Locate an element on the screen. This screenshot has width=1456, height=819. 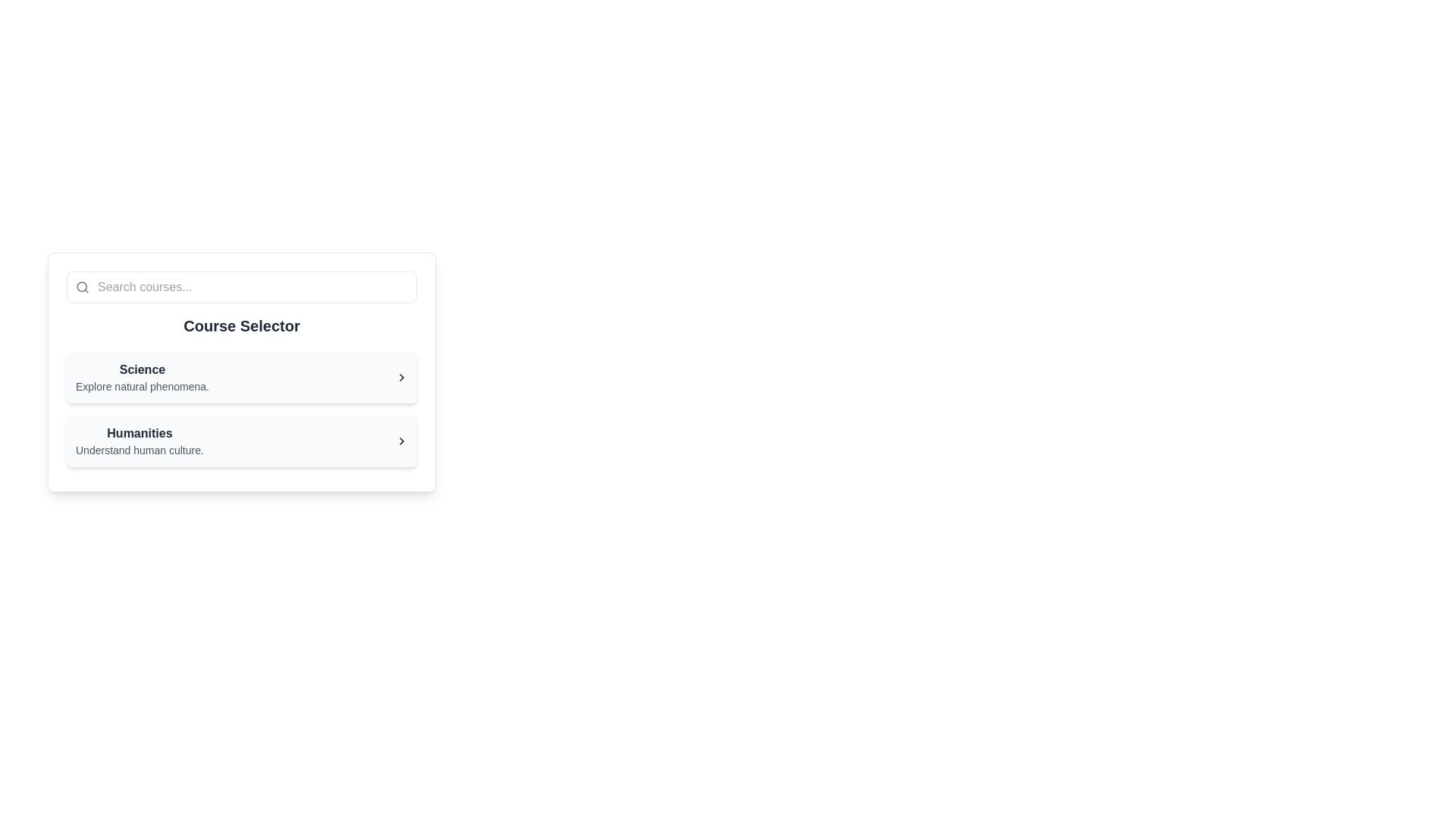
text from the 'Course Selector' label, which is a bold, large-sized, dark gray text located centrally below the input search field is located at coordinates (240, 325).